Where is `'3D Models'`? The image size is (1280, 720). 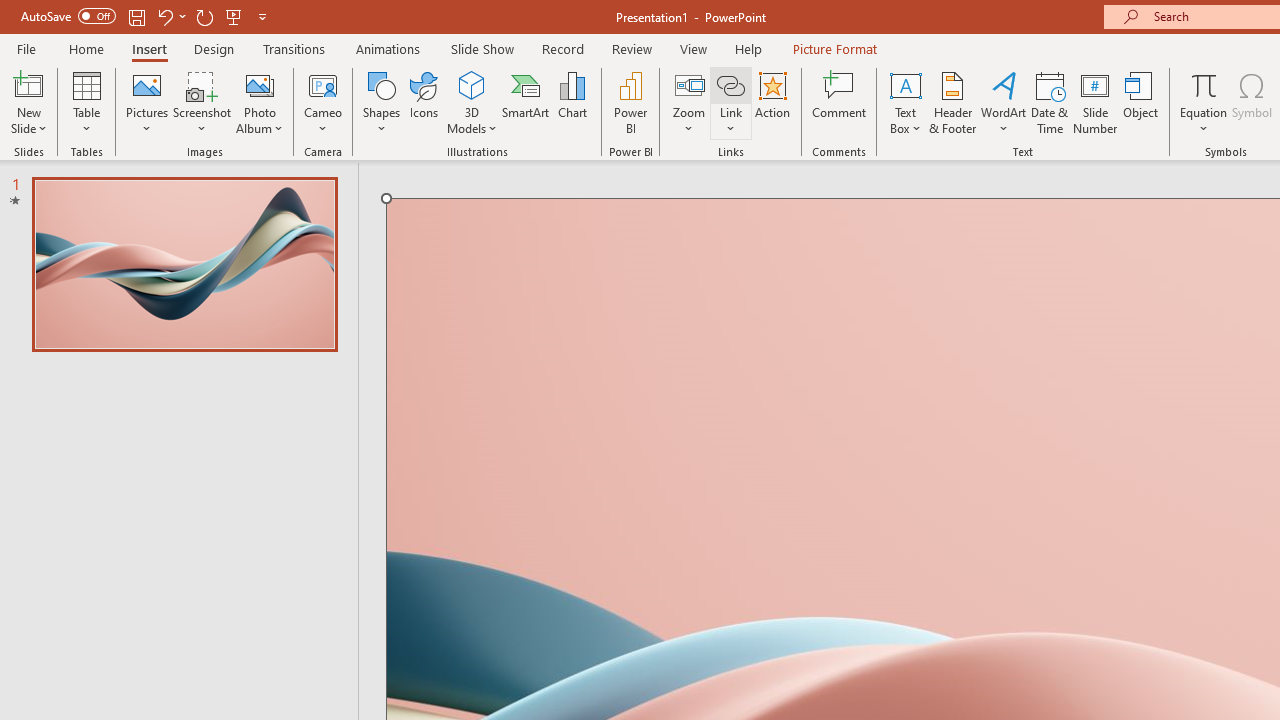 '3D Models' is located at coordinates (471, 103).